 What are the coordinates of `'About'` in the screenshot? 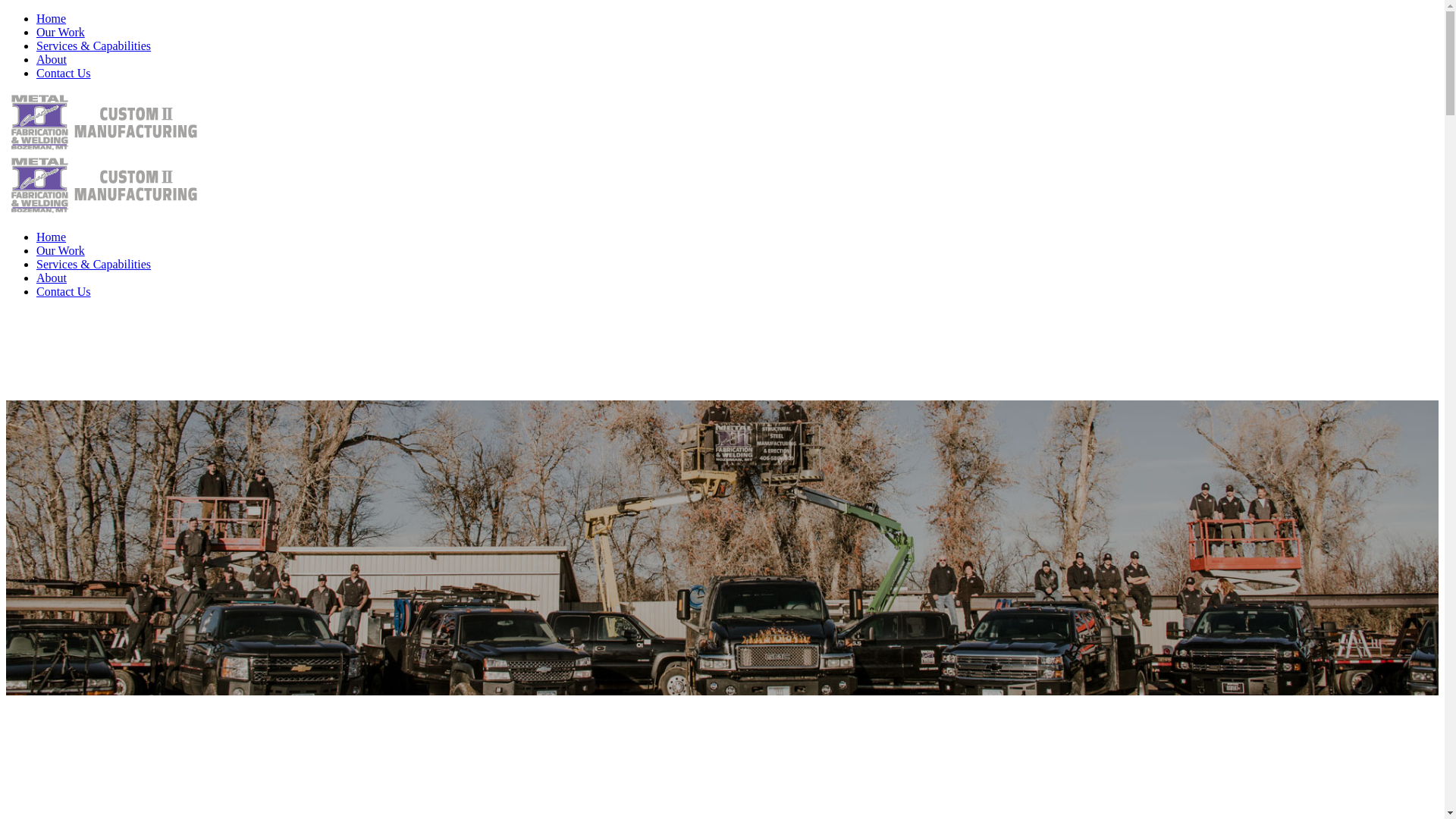 It's located at (51, 278).